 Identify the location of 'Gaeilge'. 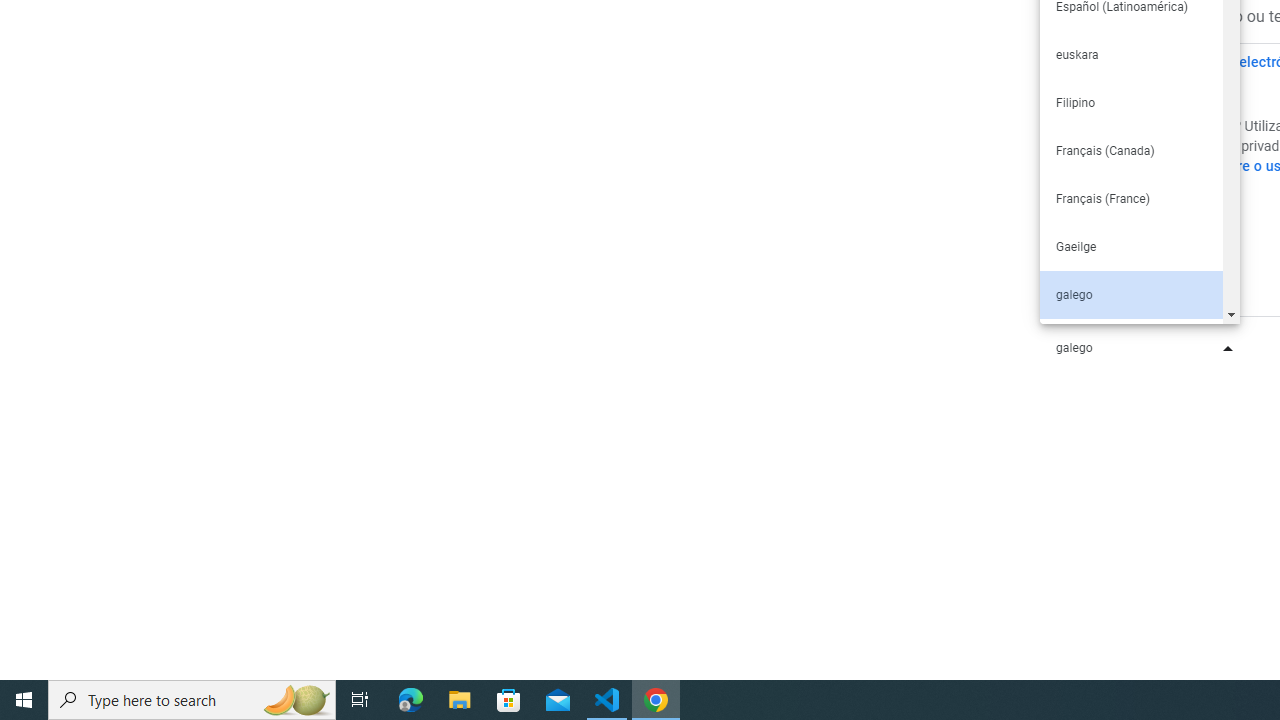
(1130, 245).